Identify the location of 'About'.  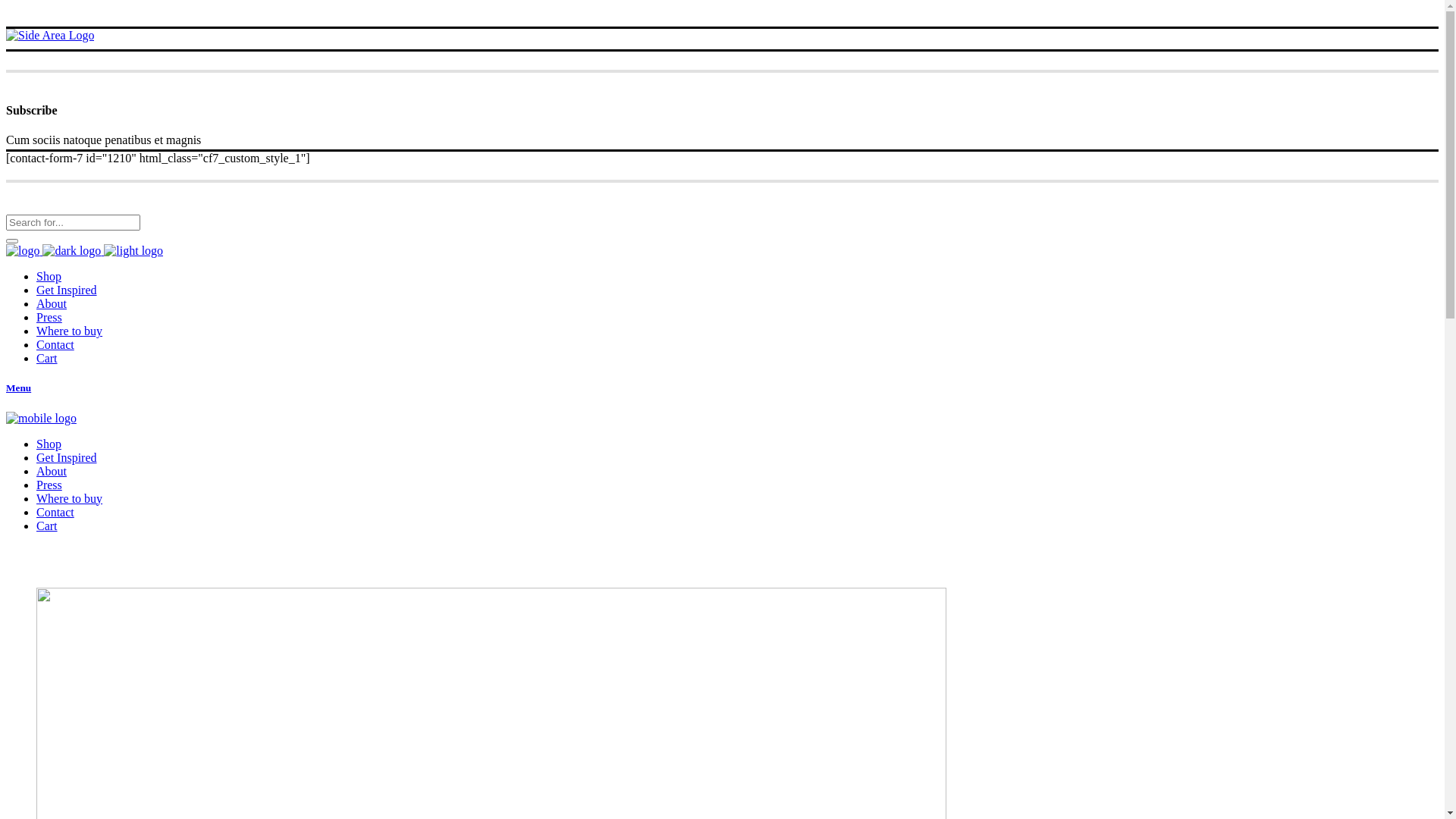
(36, 303).